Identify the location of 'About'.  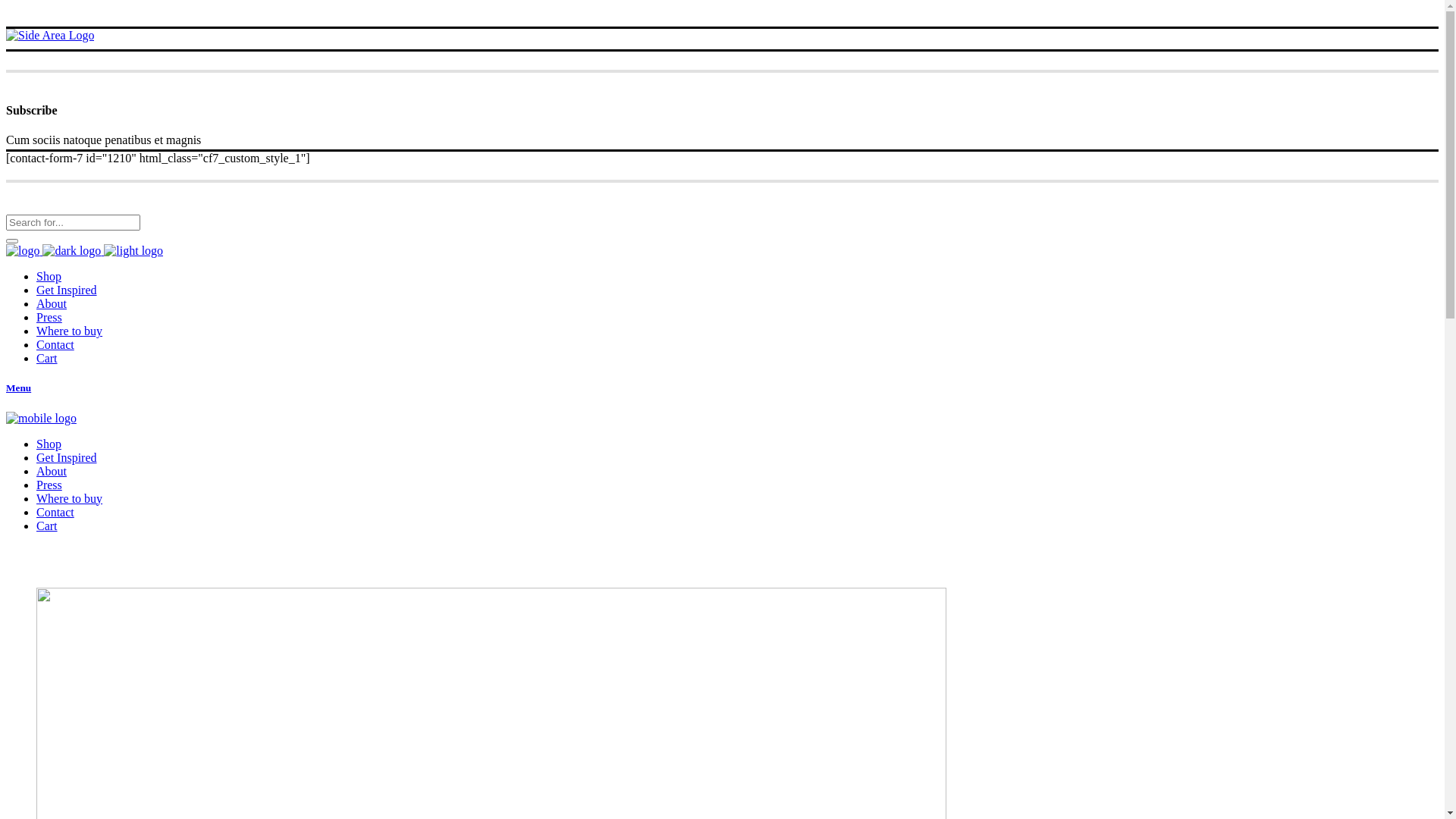
(36, 303).